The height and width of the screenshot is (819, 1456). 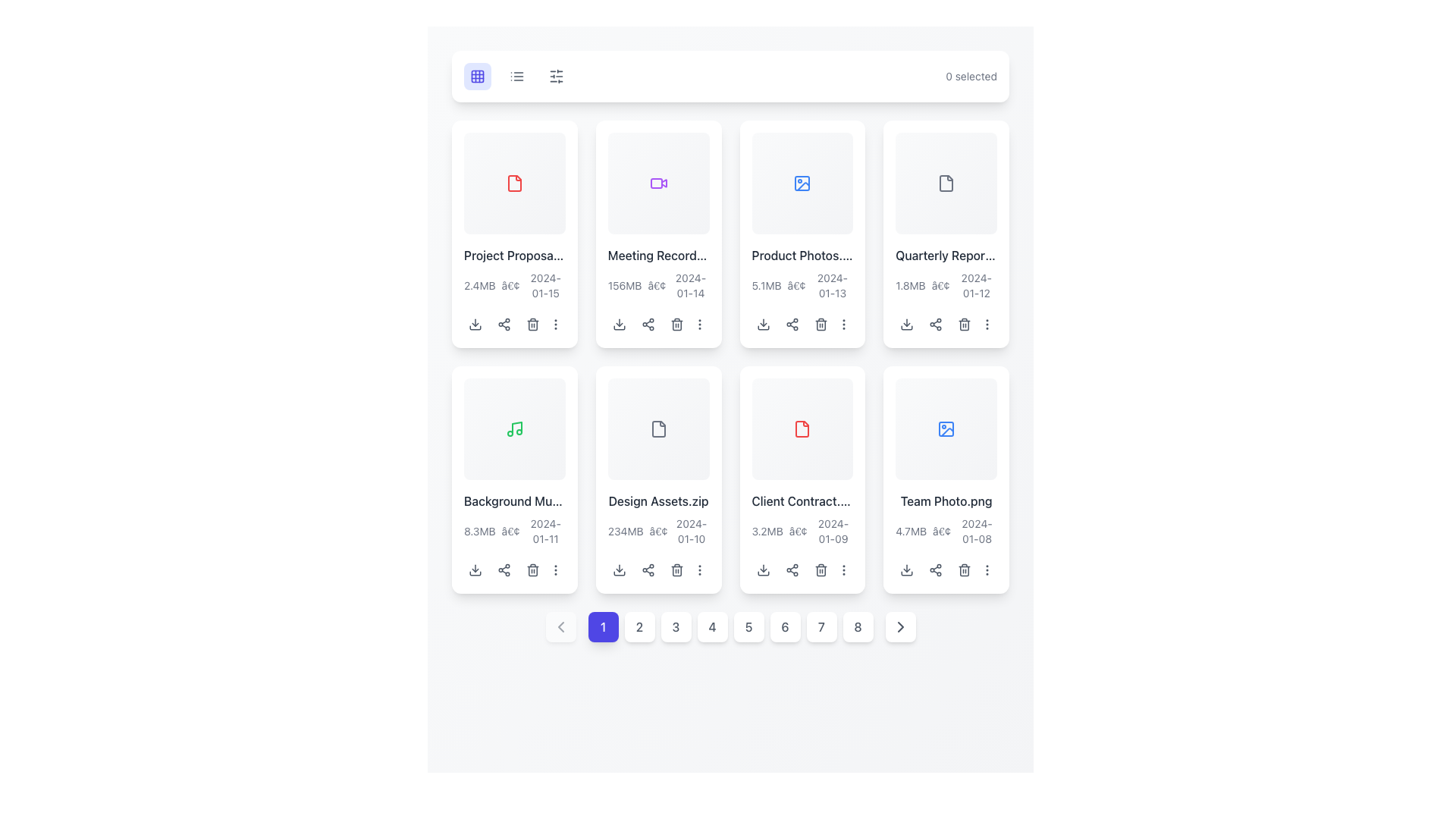 What do you see at coordinates (555, 570) in the screenshot?
I see `the vertical ellipsis icon located at the bottom-right corner of the 'Background Music.mp3' card` at bounding box center [555, 570].